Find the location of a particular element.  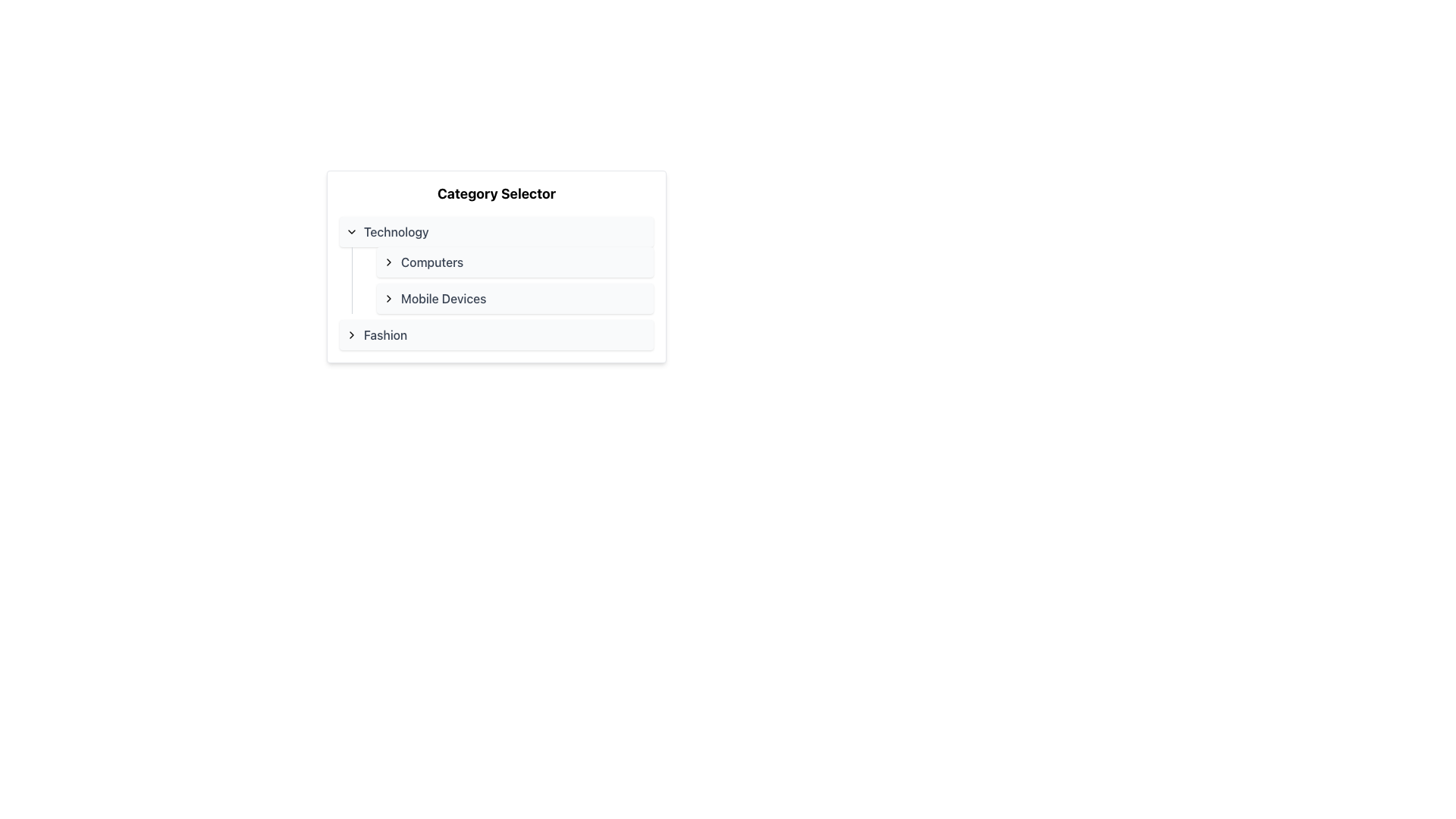

the 'Fashion' text label in the sidebar menu, which serves as a visual representation of the category and is located to the right of a chevron icon is located at coordinates (385, 334).